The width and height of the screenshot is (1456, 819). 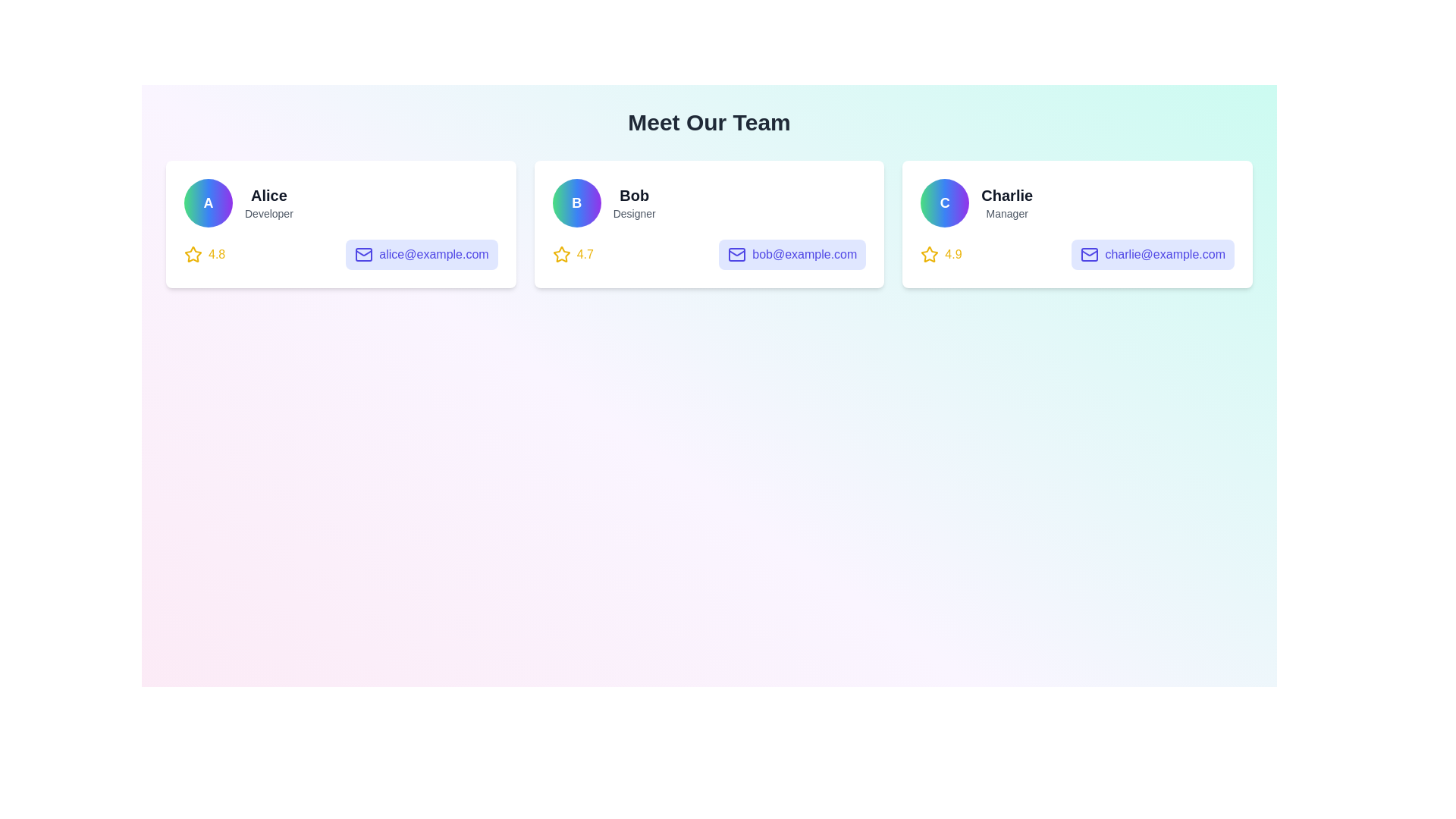 What do you see at coordinates (737, 253) in the screenshot?
I see `the rectangular decorative shape with a blue outline located at the bottom right corner of Bob's card, adjacent to the email address 'bob@example.com'` at bounding box center [737, 253].